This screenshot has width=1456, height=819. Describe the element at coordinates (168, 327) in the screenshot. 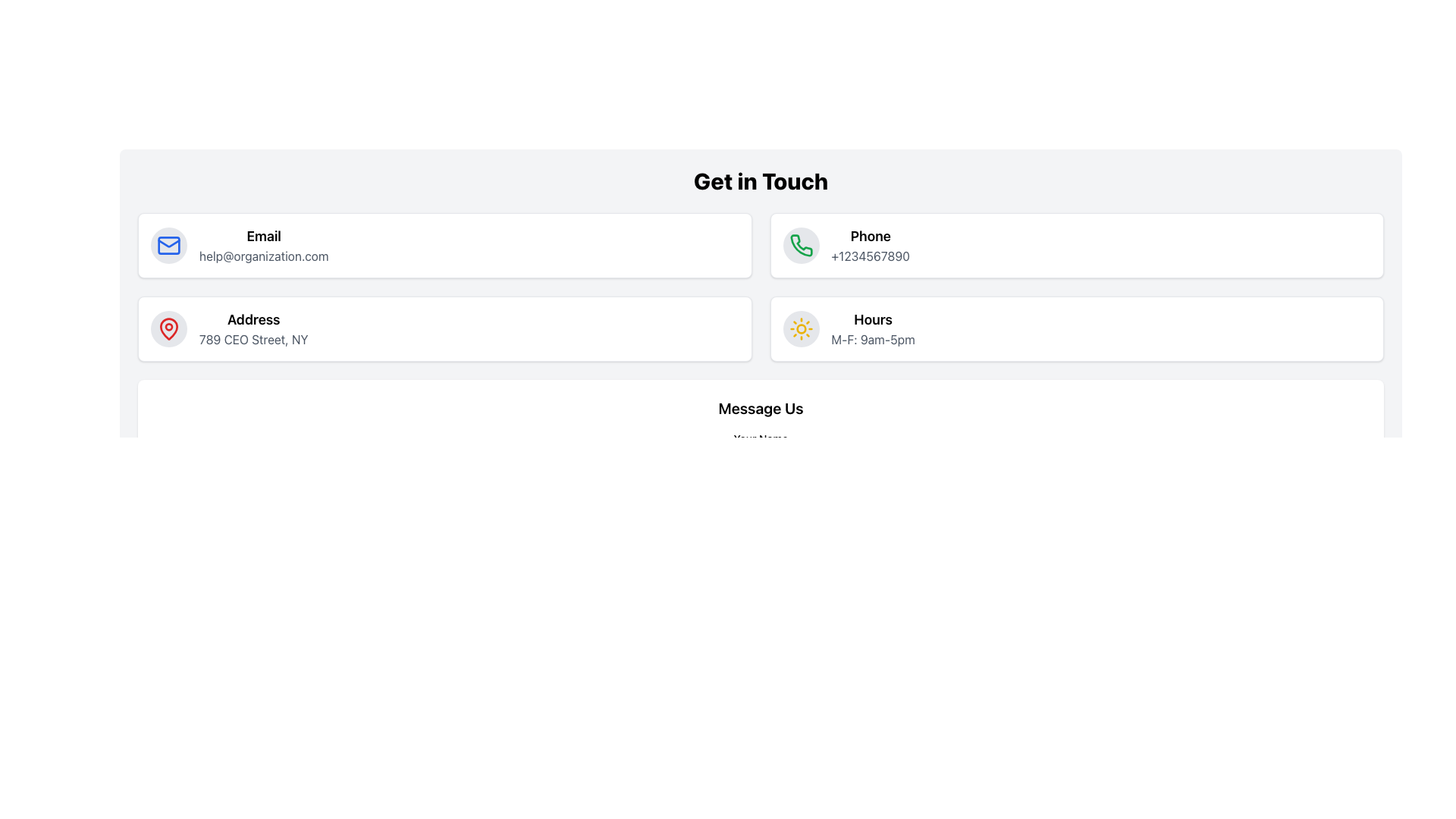

I see `the graphic icon (SVG representation) in the 'Address' section, located to the left of the 'Address' text and adjacent to '789 CEO Street, NY'` at that location.